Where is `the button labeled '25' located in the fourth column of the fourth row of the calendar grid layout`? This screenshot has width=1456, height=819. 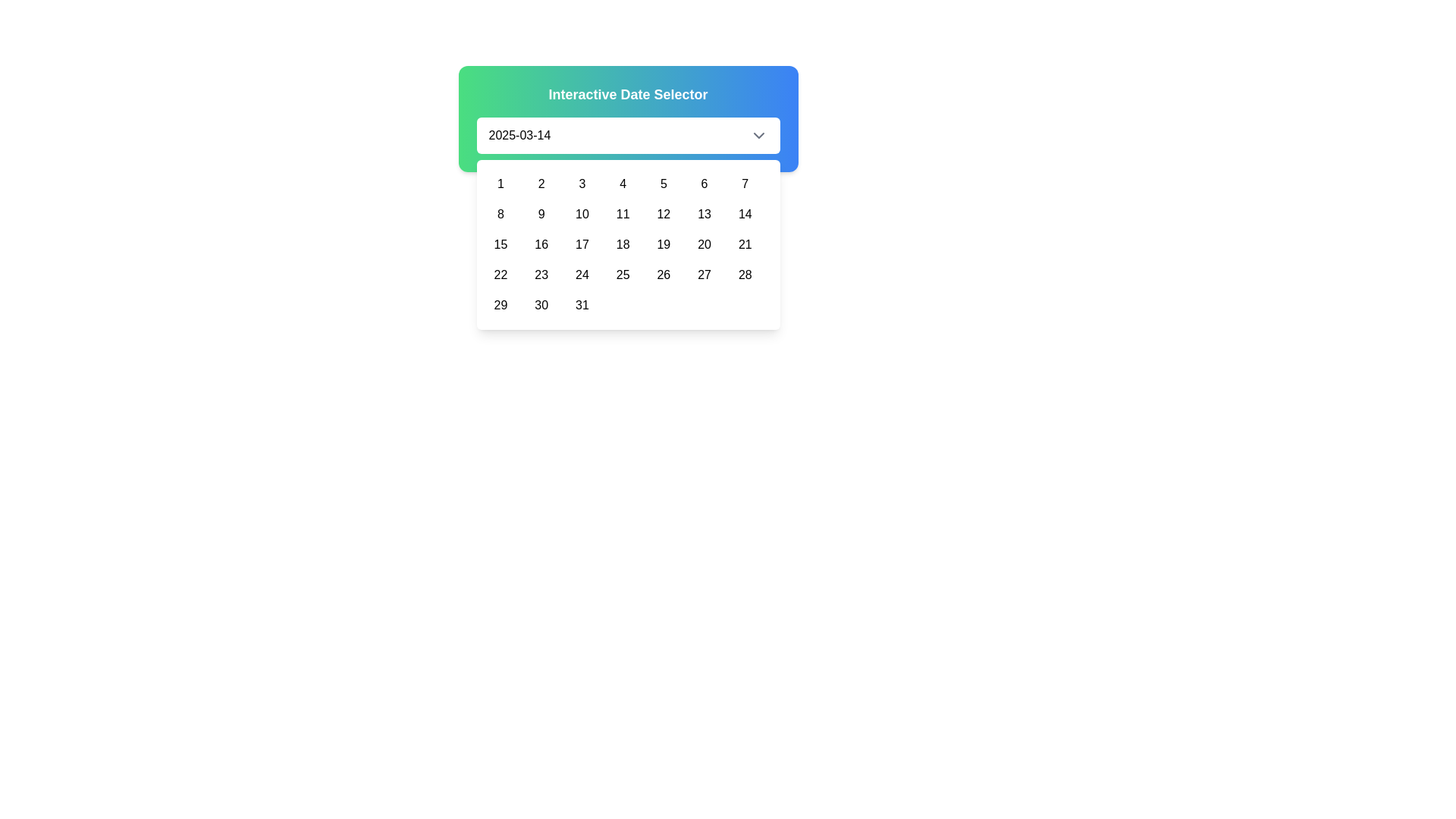 the button labeled '25' located in the fourth column of the fourth row of the calendar grid layout is located at coordinates (623, 275).